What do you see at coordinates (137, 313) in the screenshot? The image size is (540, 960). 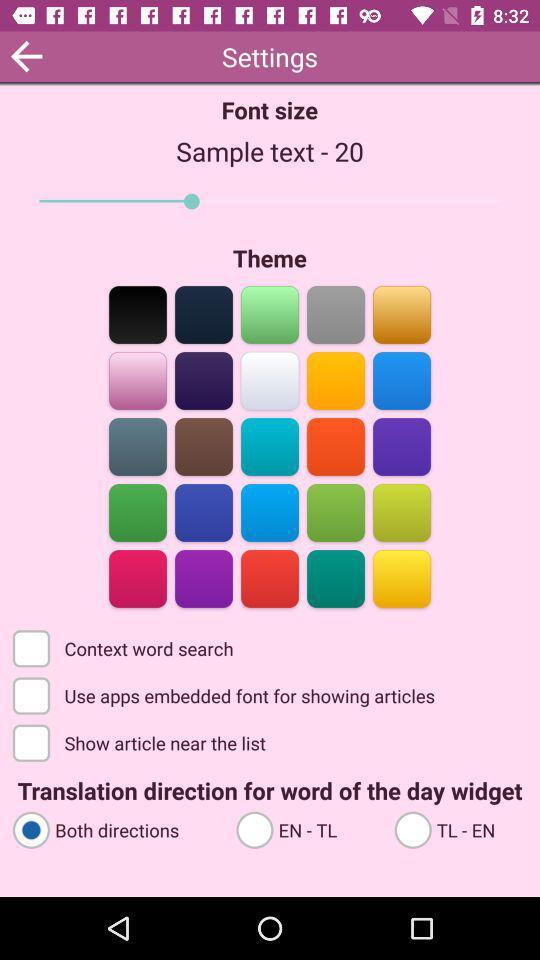 I see `set the theme to black` at bounding box center [137, 313].